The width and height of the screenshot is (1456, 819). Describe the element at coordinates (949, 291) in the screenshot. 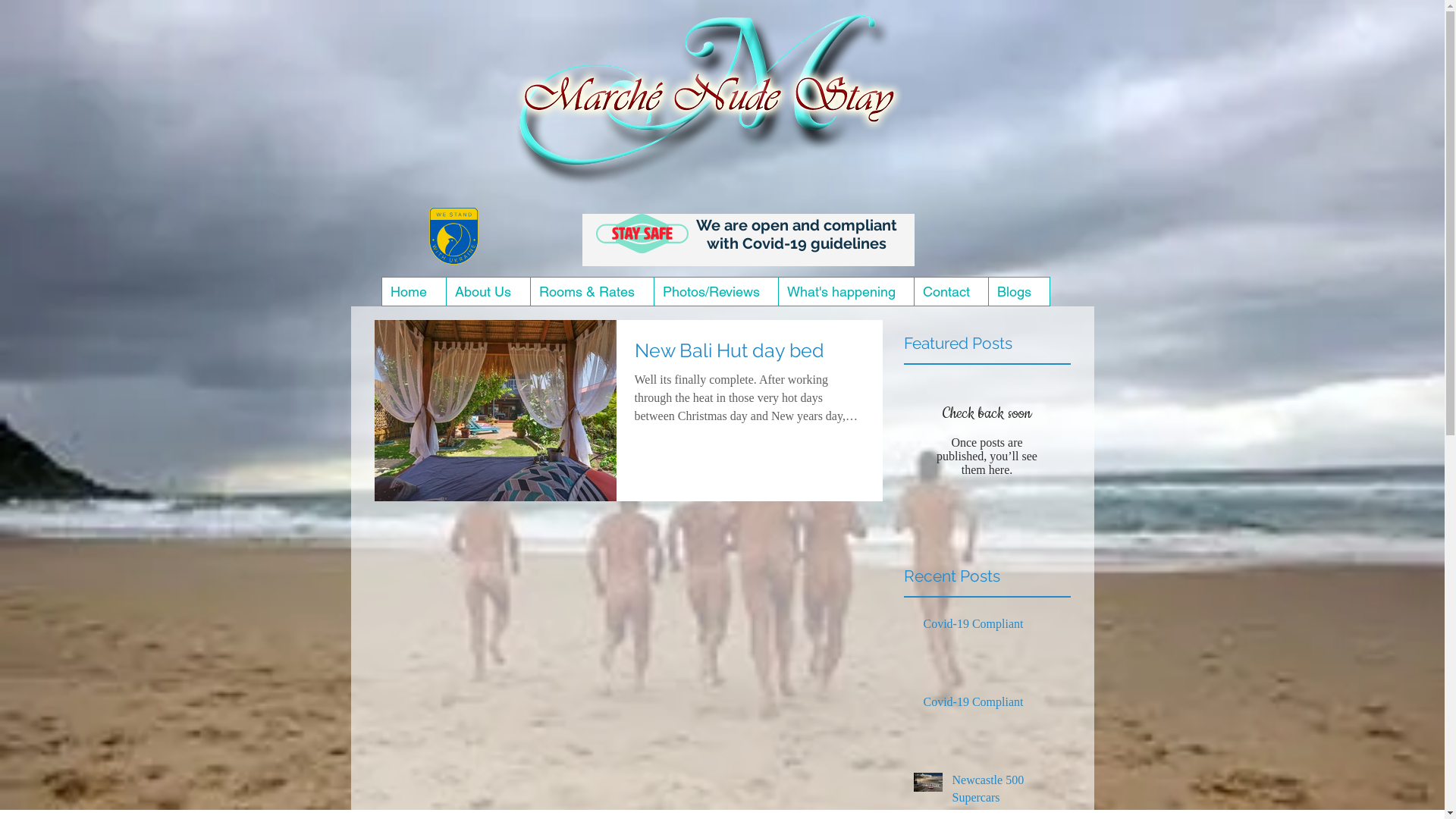

I see `'Contact'` at that location.